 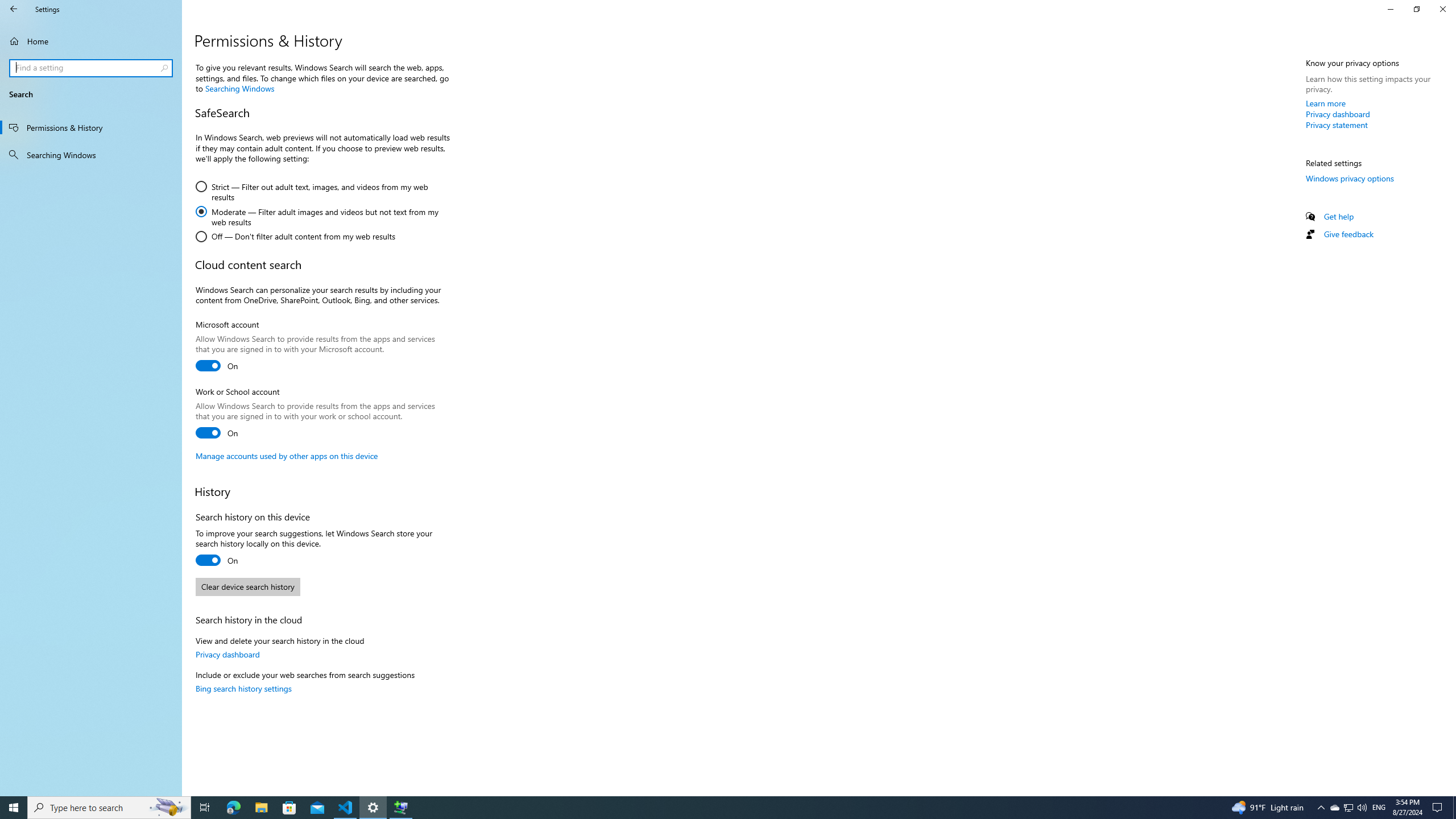 What do you see at coordinates (1338, 113) in the screenshot?
I see `'Privacy dashboard'` at bounding box center [1338, 113].